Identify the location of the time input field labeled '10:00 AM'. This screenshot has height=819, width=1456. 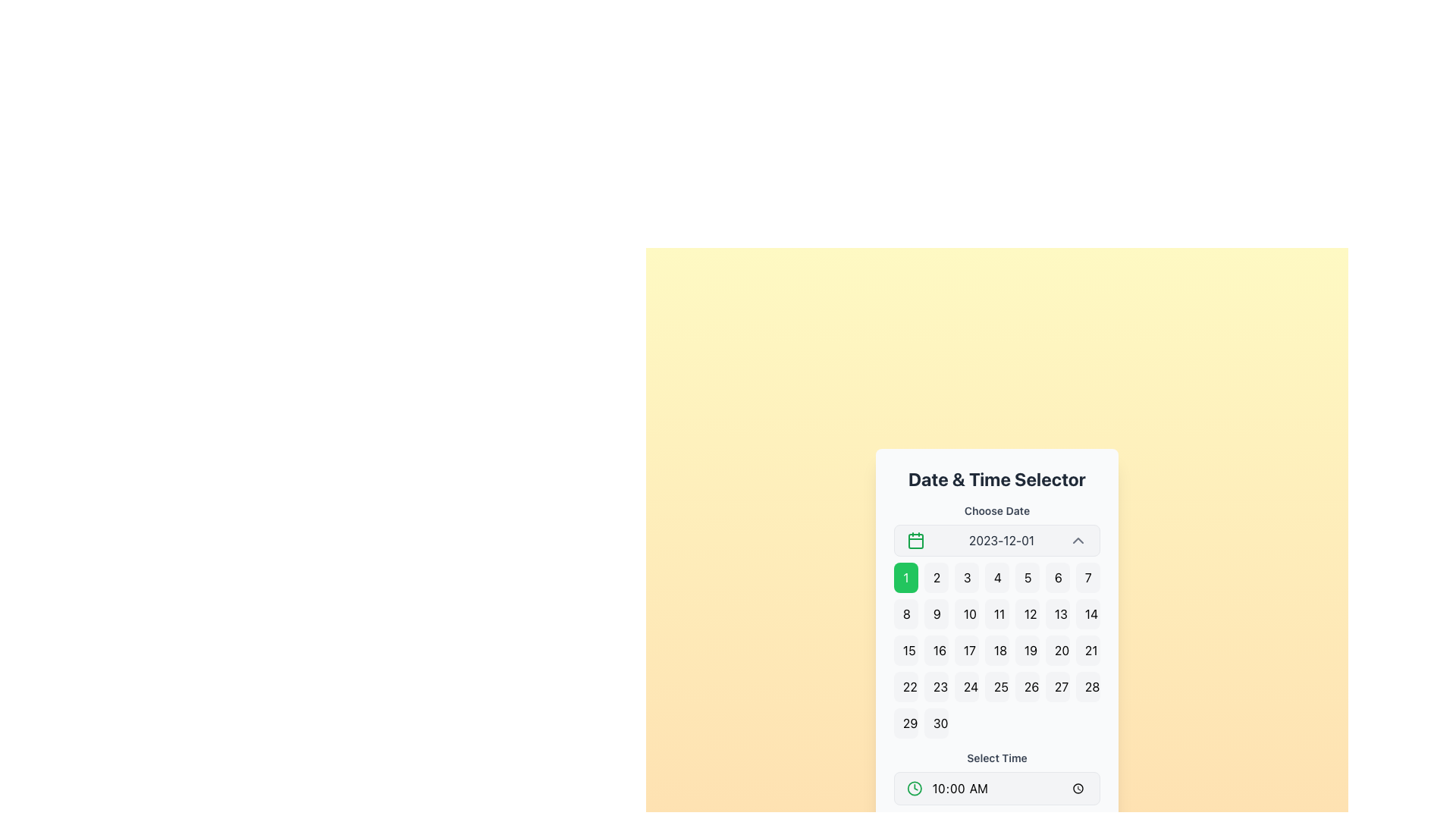
(1009, 788).